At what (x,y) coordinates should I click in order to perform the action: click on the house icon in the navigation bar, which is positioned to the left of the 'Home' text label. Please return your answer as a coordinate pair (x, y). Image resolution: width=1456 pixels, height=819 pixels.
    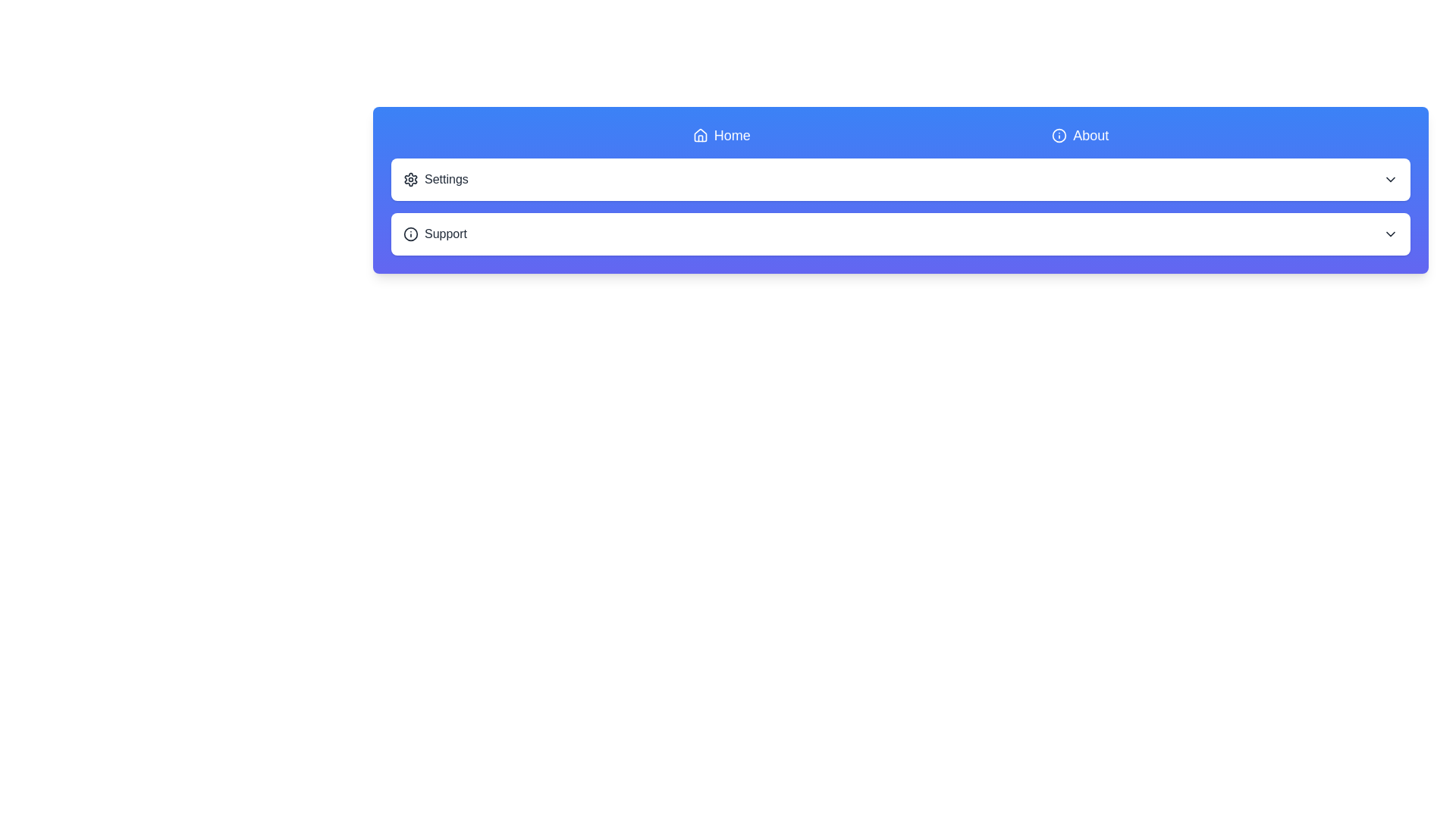
    Looking at the image, I should click on (699, 134).